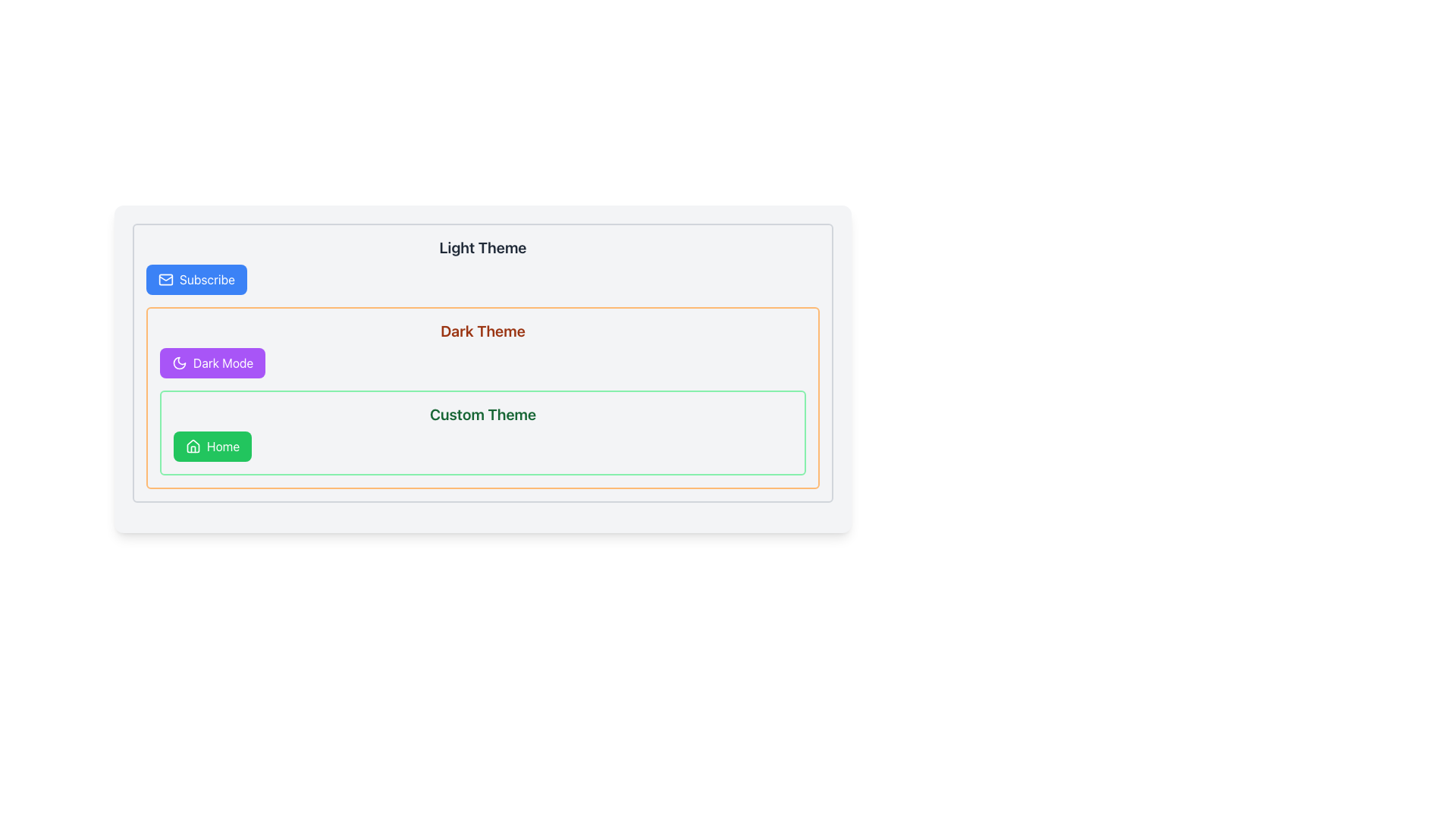  I want to click on the 'Dark Mode' button, which is a rectangular button with rounded corners, a purple background, and white text, so click(212, 362).